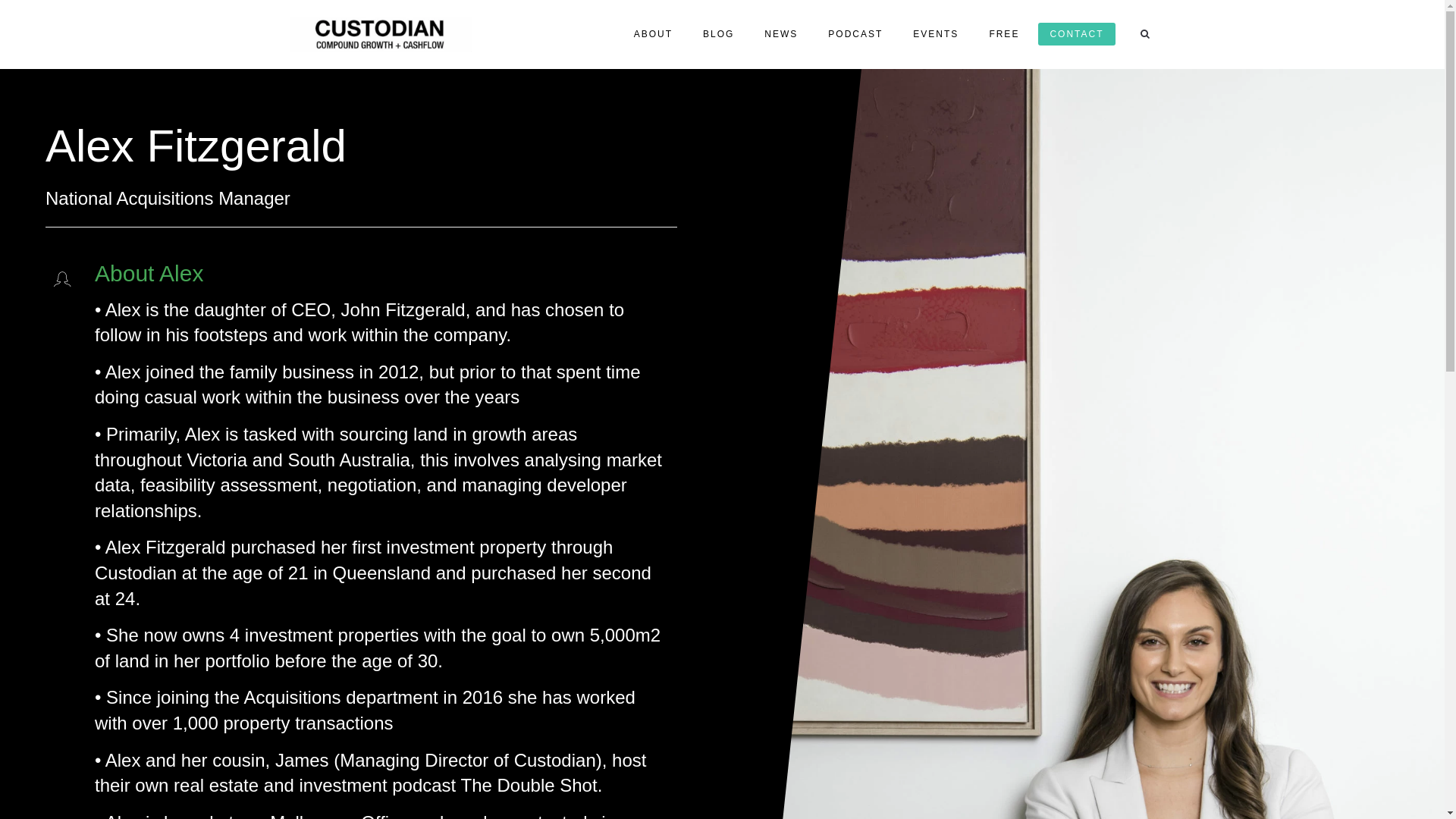 Image resolution: width=1456 pixels, height=819 pixels. I want to click on 'PODCAST', so click(815, 34).